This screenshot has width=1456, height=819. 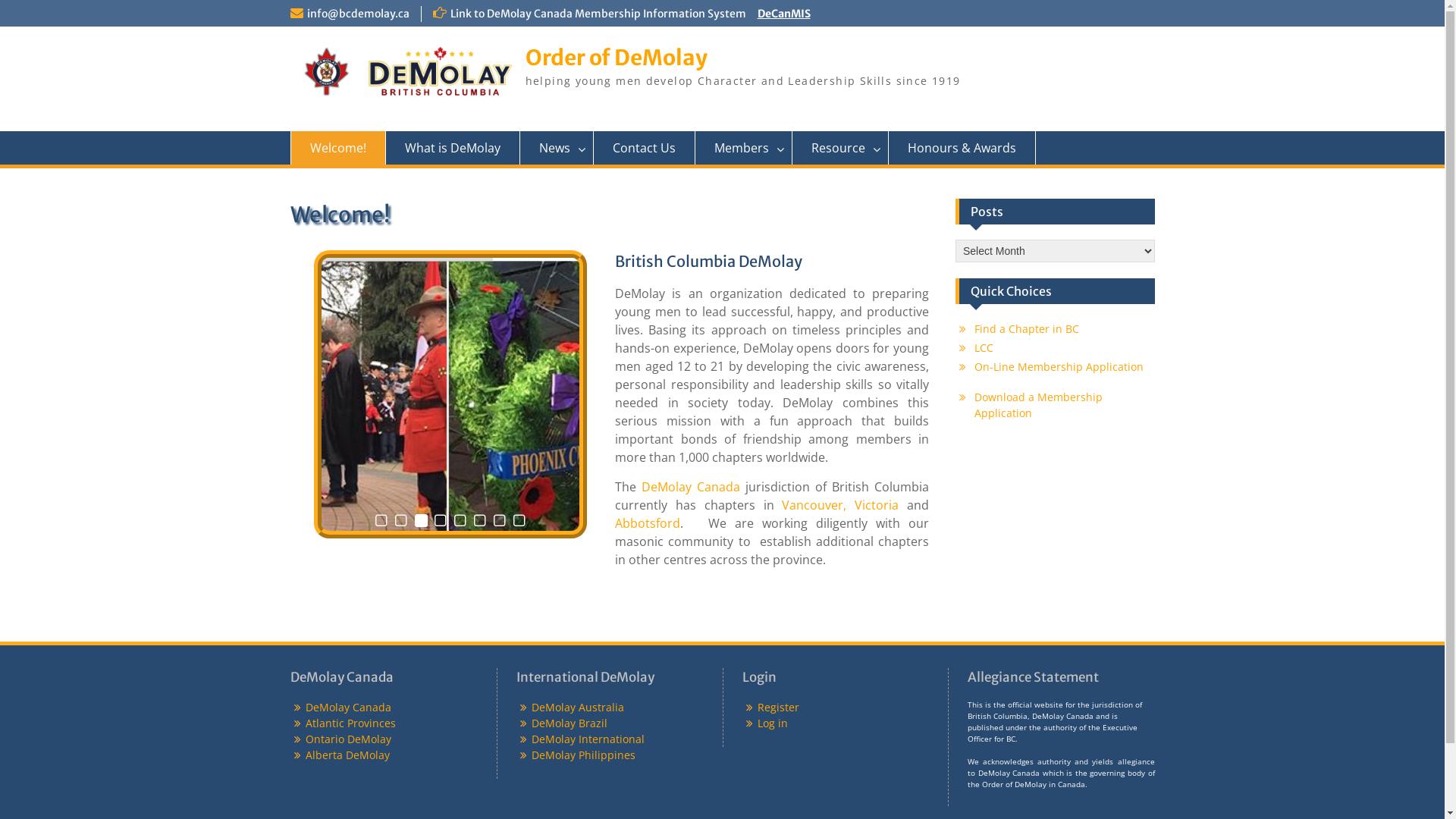 What do you see at coordinates (757, 14) in the screenshot?
I see `'DeCanMIS'` at bounding box center [757, 14].